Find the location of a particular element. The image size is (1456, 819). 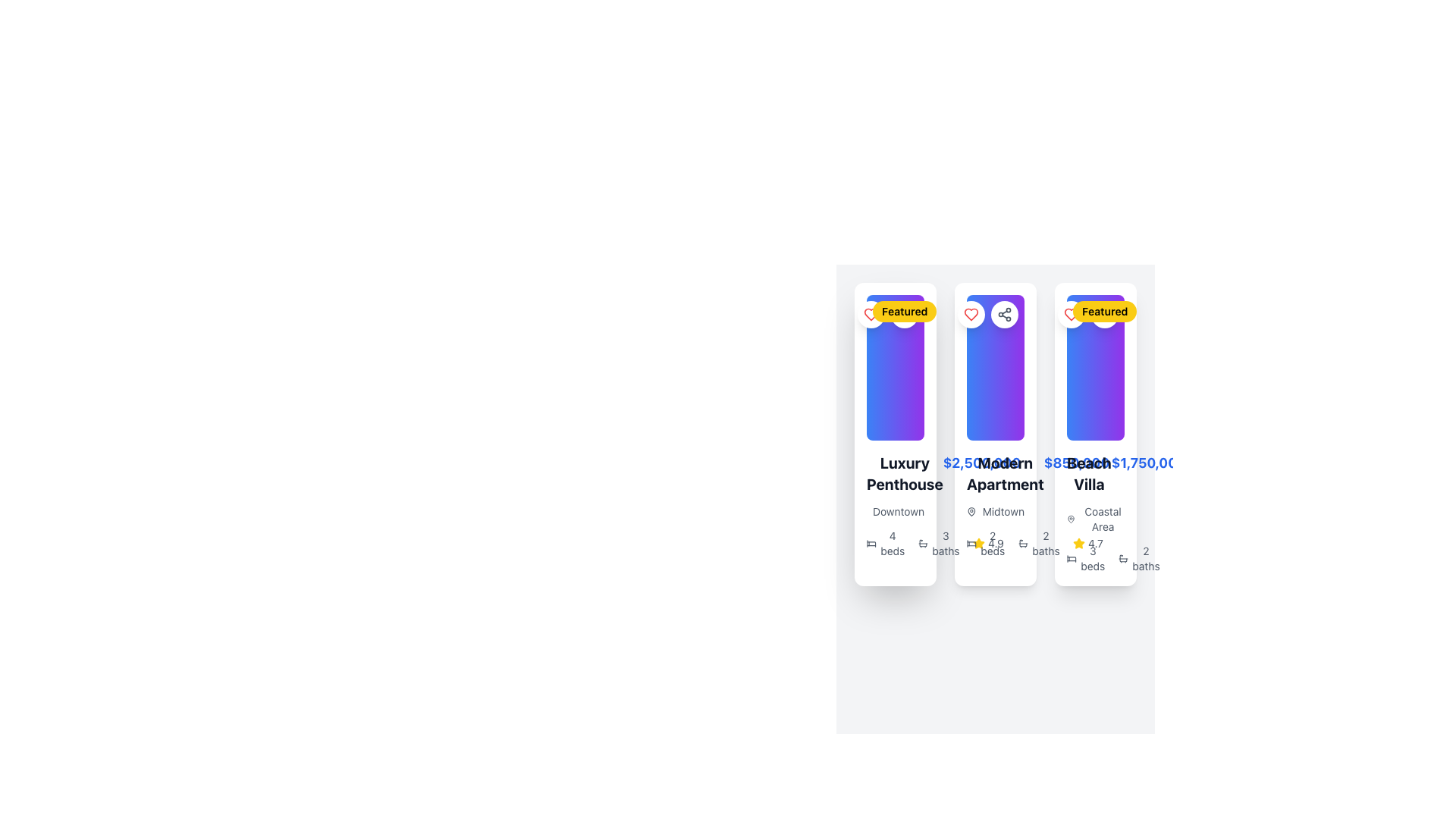

text label displaying '4 beds', which is styled in a neutral color and positioned to the right of a bed icon, as part of the property feature list below the title 'Luxury Penthouse' is located at coordinates (893, 543).